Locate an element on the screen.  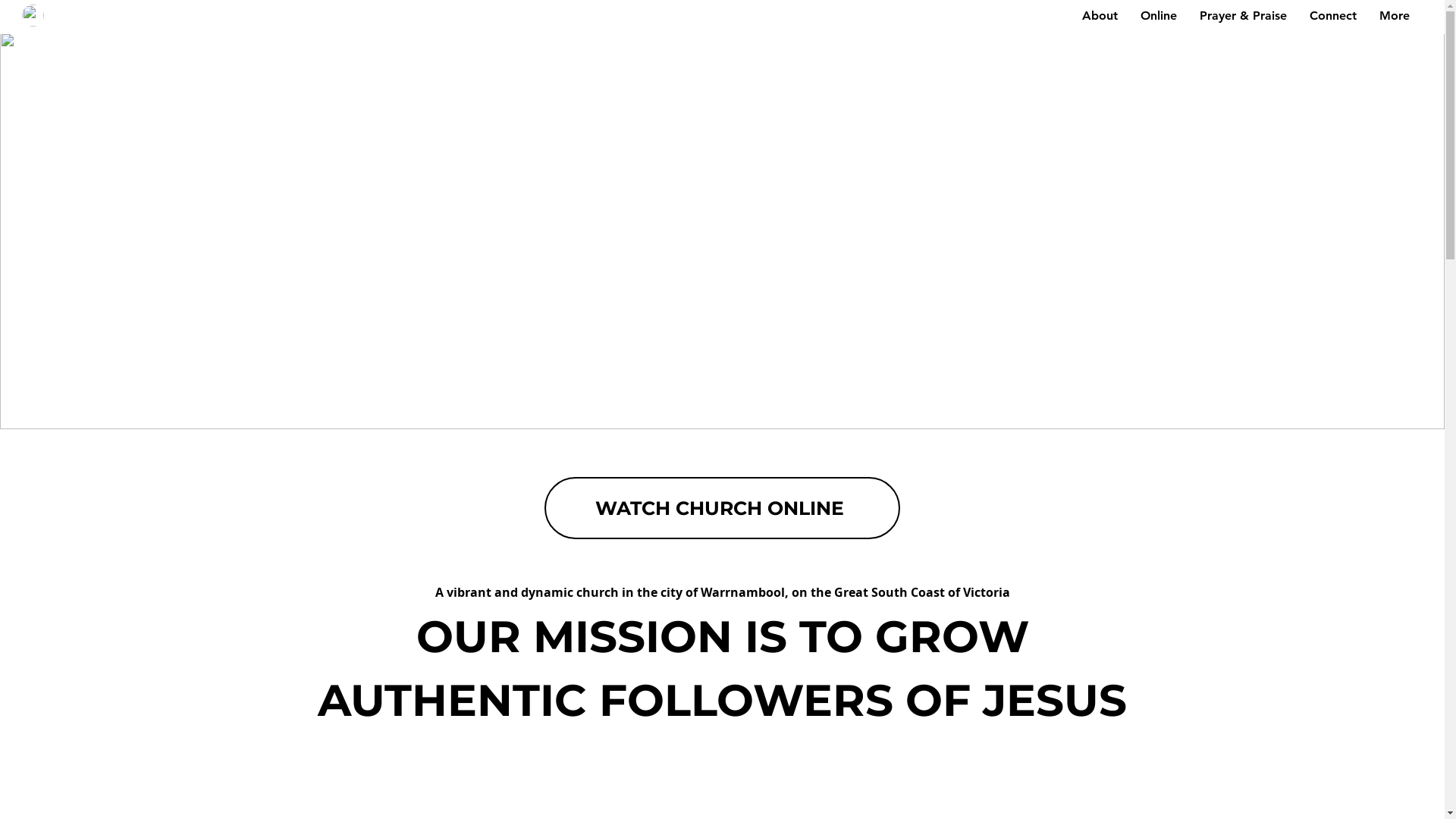
'Online' is located at coordinates (1157, 15).